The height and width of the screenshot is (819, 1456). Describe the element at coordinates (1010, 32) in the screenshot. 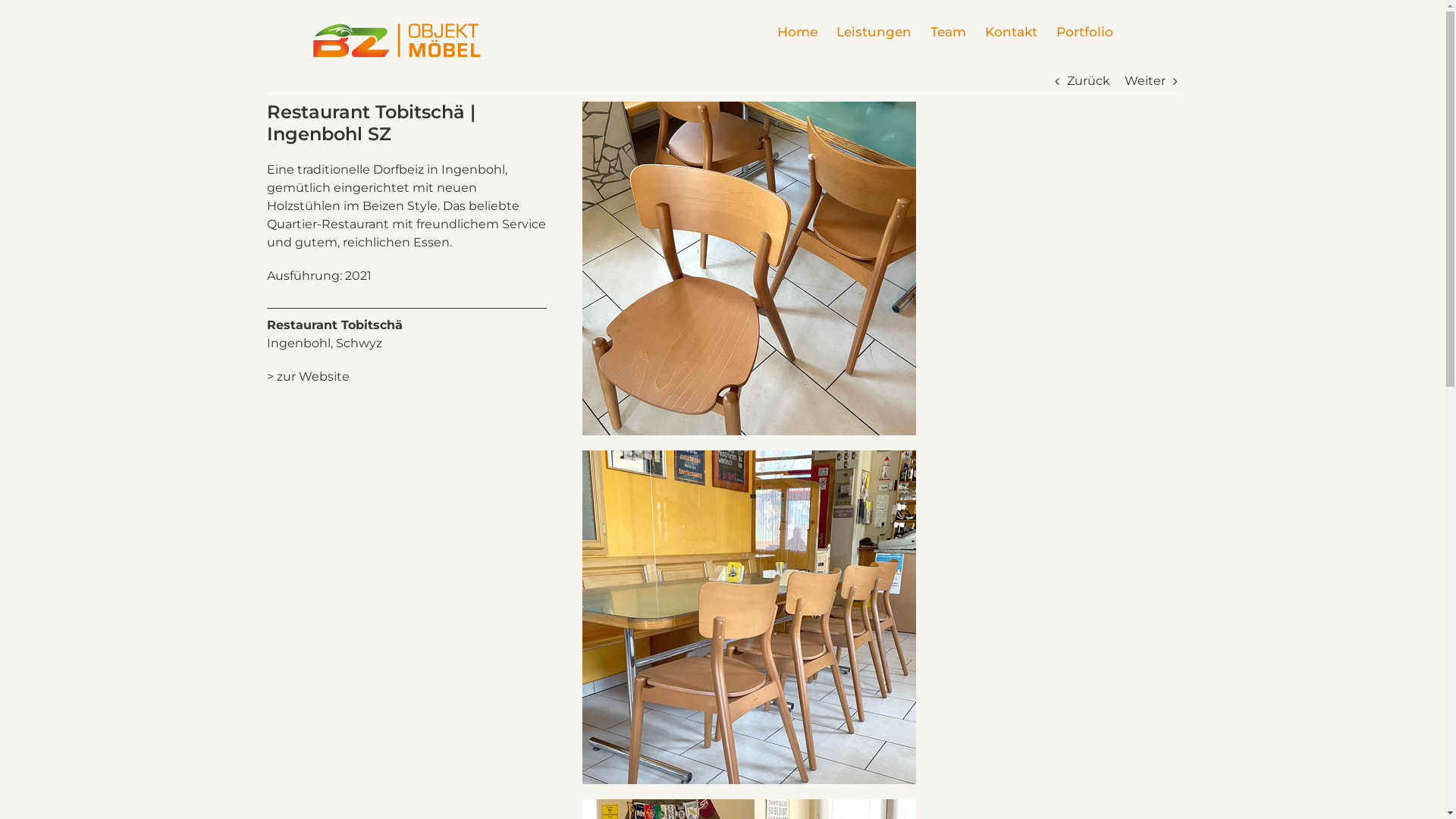

I see `'Kontakt'` at that location.